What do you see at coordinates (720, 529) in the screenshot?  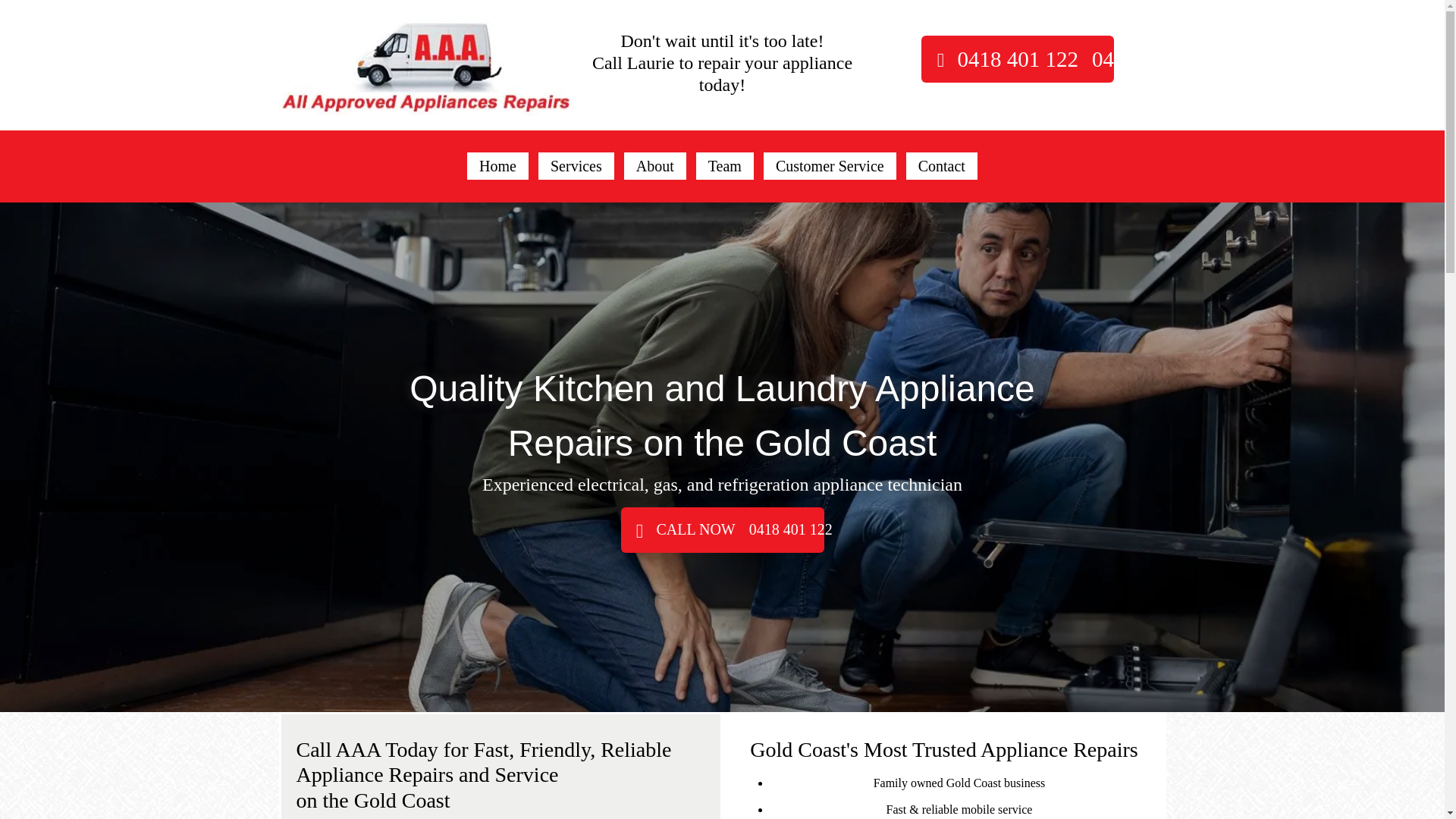 I see `'CALL NOW 0418 401 122'` at bounding box center [720, 529].